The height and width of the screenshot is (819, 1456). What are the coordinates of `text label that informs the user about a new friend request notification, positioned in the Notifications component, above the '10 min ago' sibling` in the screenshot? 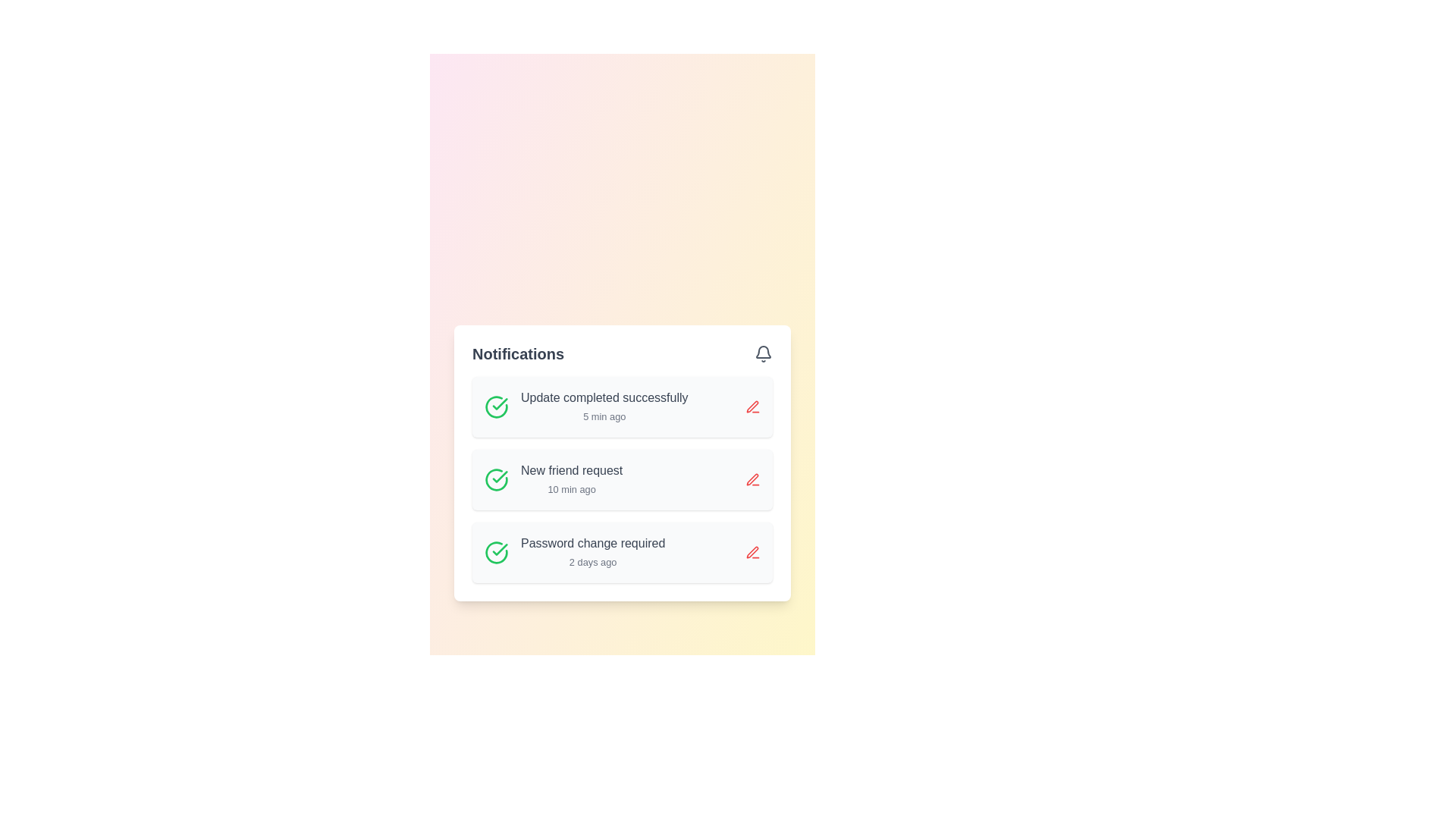 It's located at (571, 470).